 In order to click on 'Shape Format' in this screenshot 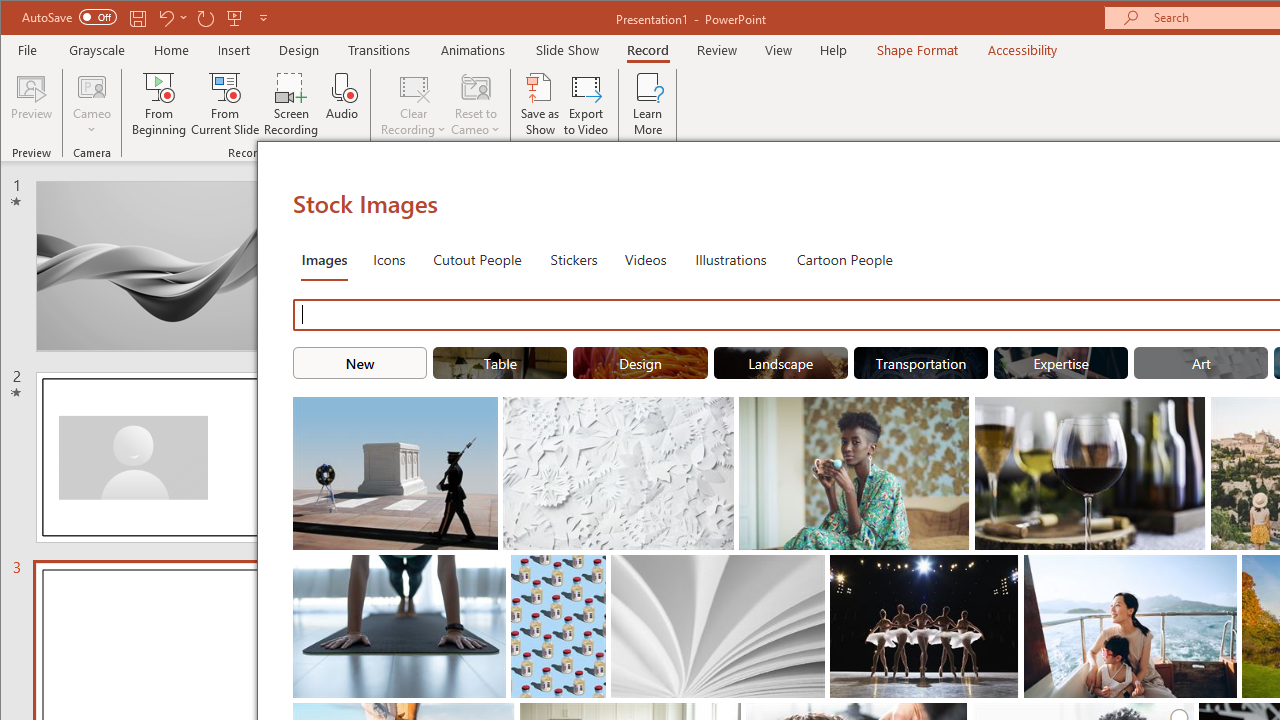, I will do `click(916, 49)`.